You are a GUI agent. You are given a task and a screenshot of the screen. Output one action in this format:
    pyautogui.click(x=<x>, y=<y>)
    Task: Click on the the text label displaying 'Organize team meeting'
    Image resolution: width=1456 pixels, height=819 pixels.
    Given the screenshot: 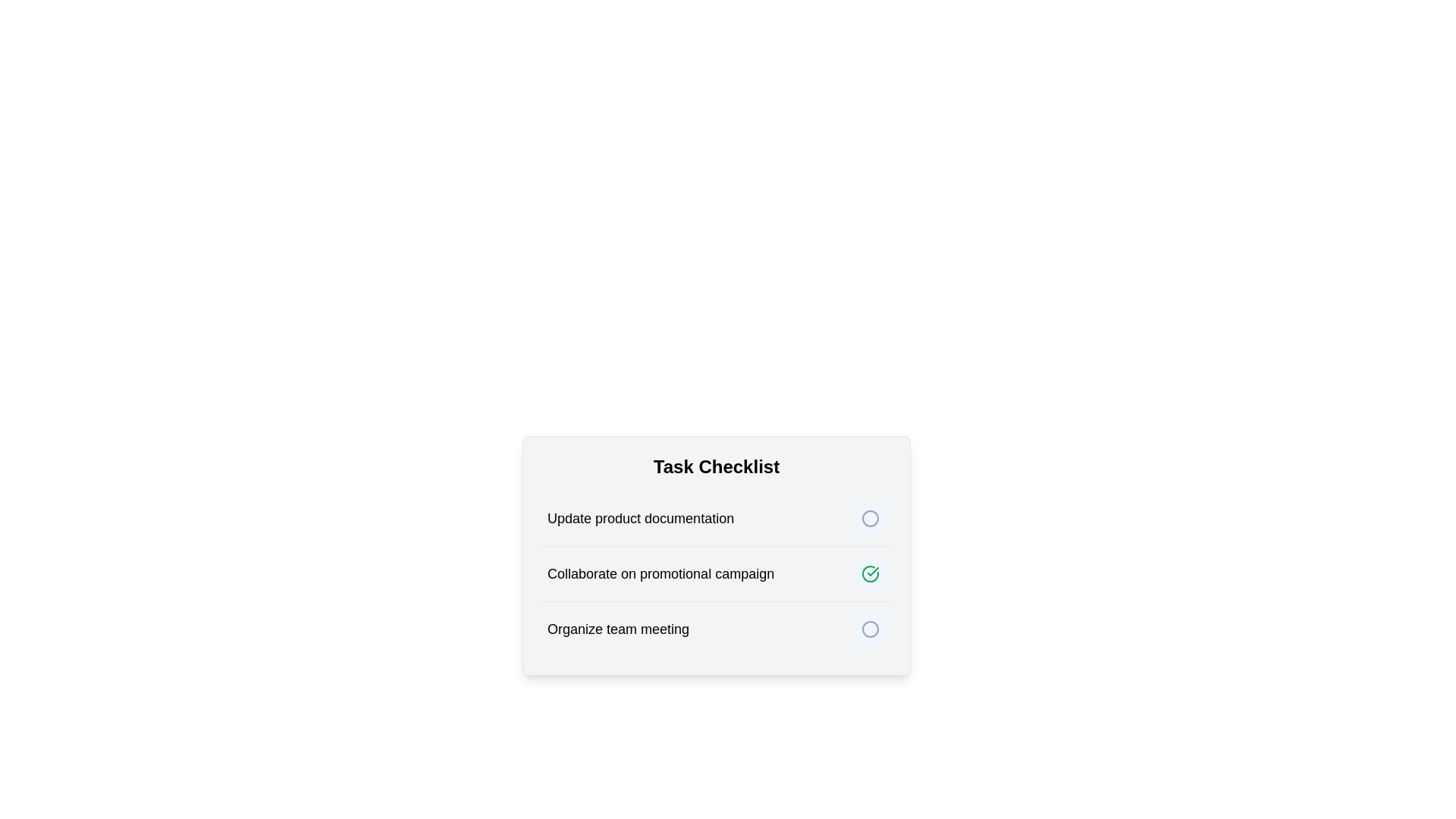 What is the action you would take?
    pyautogui.click(x=618, y=629)
    